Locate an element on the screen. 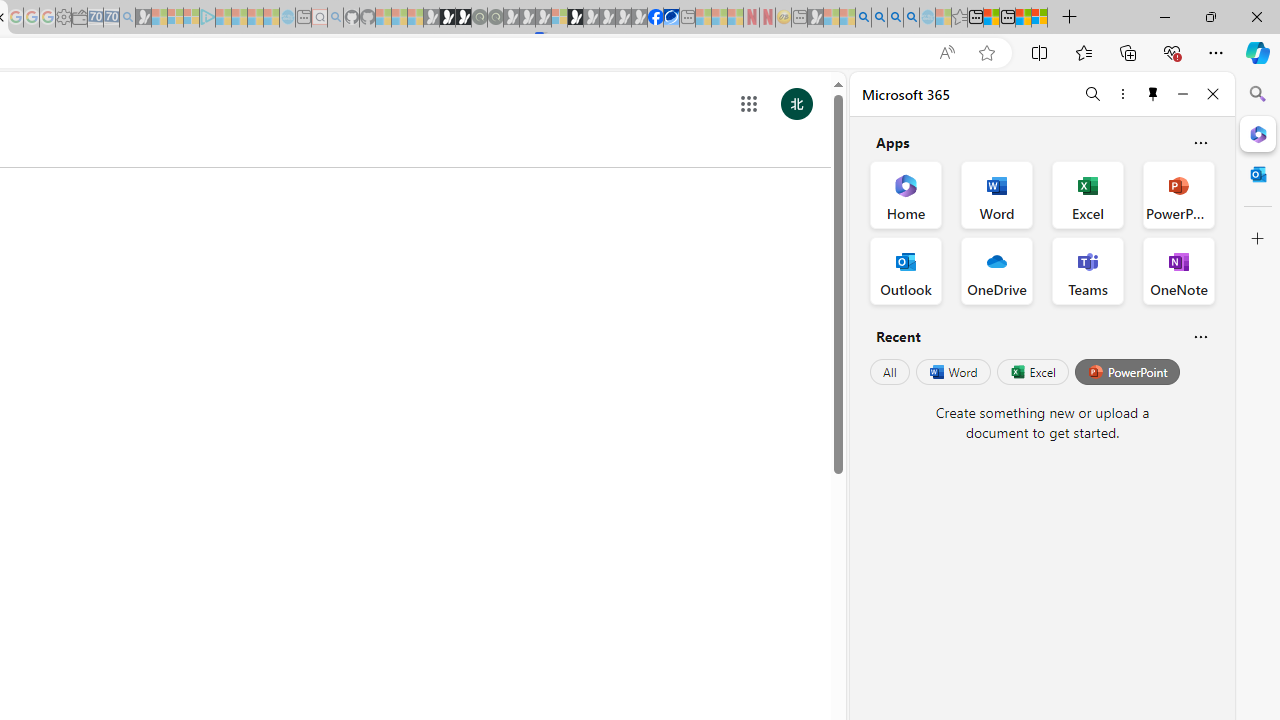 Image resolution: width=1280 pixels, height=720 pixels. 'PowerPoint' is located at coordinates (1127, 372).